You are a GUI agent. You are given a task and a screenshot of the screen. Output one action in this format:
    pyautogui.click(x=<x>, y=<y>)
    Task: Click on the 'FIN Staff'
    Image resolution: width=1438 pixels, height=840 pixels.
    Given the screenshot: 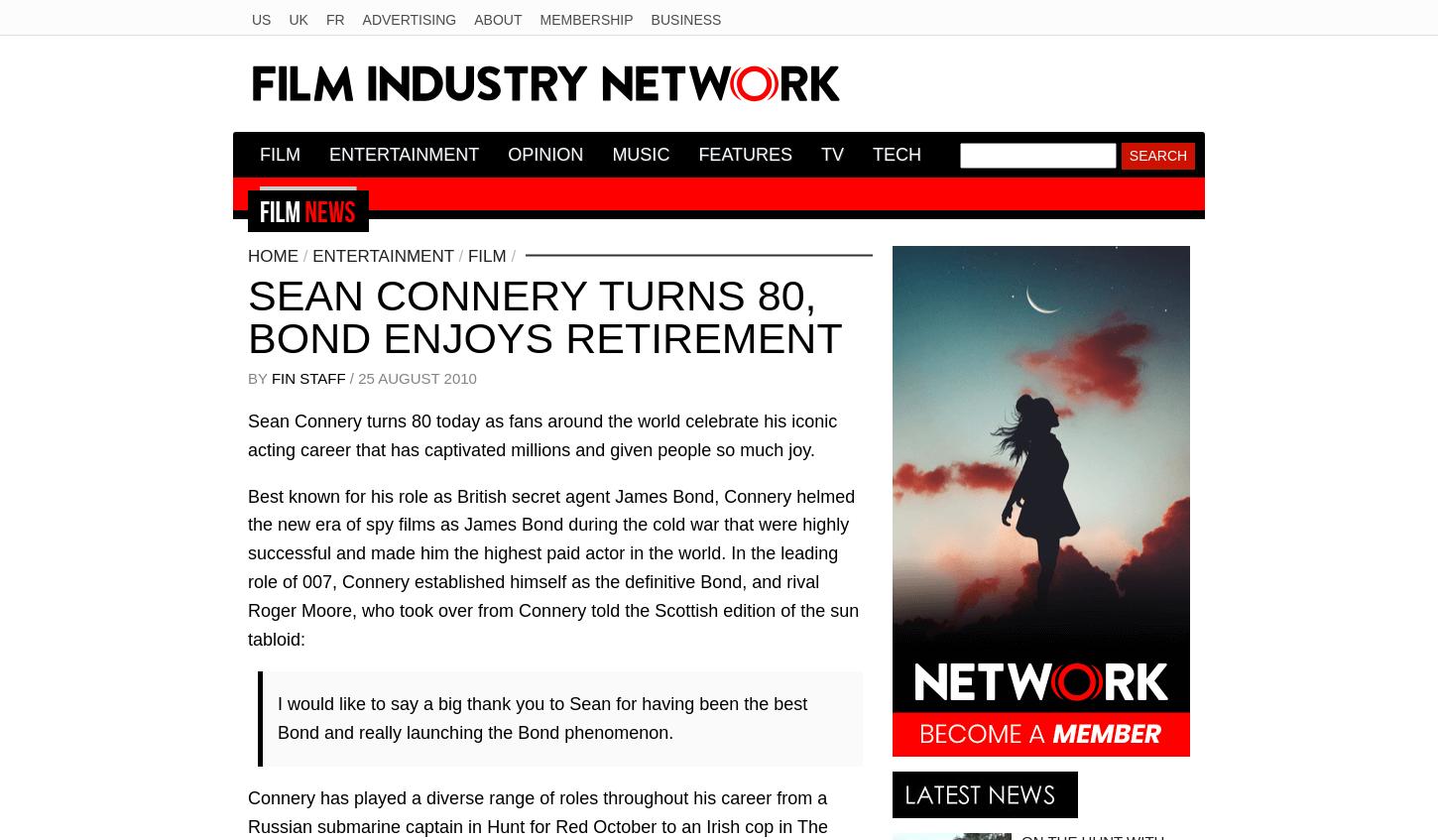 What is the action you would take?
    pyautogui.click(x=307, y=376)
    